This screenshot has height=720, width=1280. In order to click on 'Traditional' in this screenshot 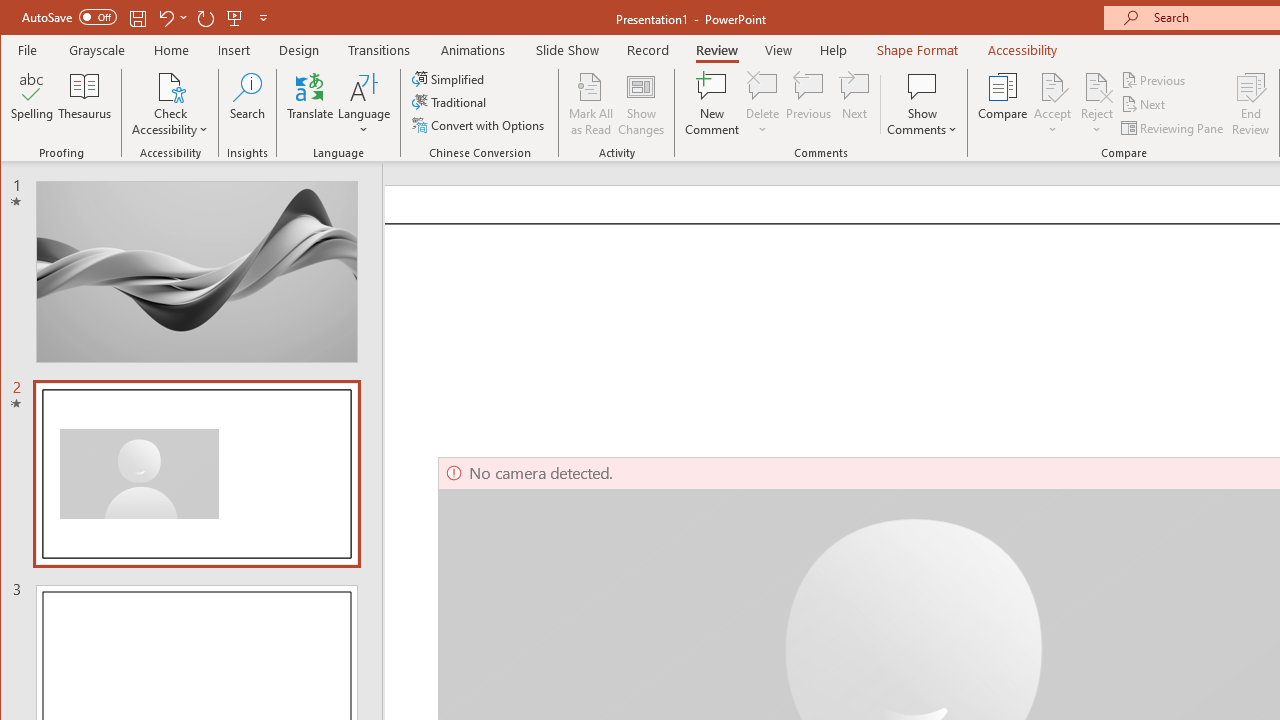, I will do `click(450, 102)`.